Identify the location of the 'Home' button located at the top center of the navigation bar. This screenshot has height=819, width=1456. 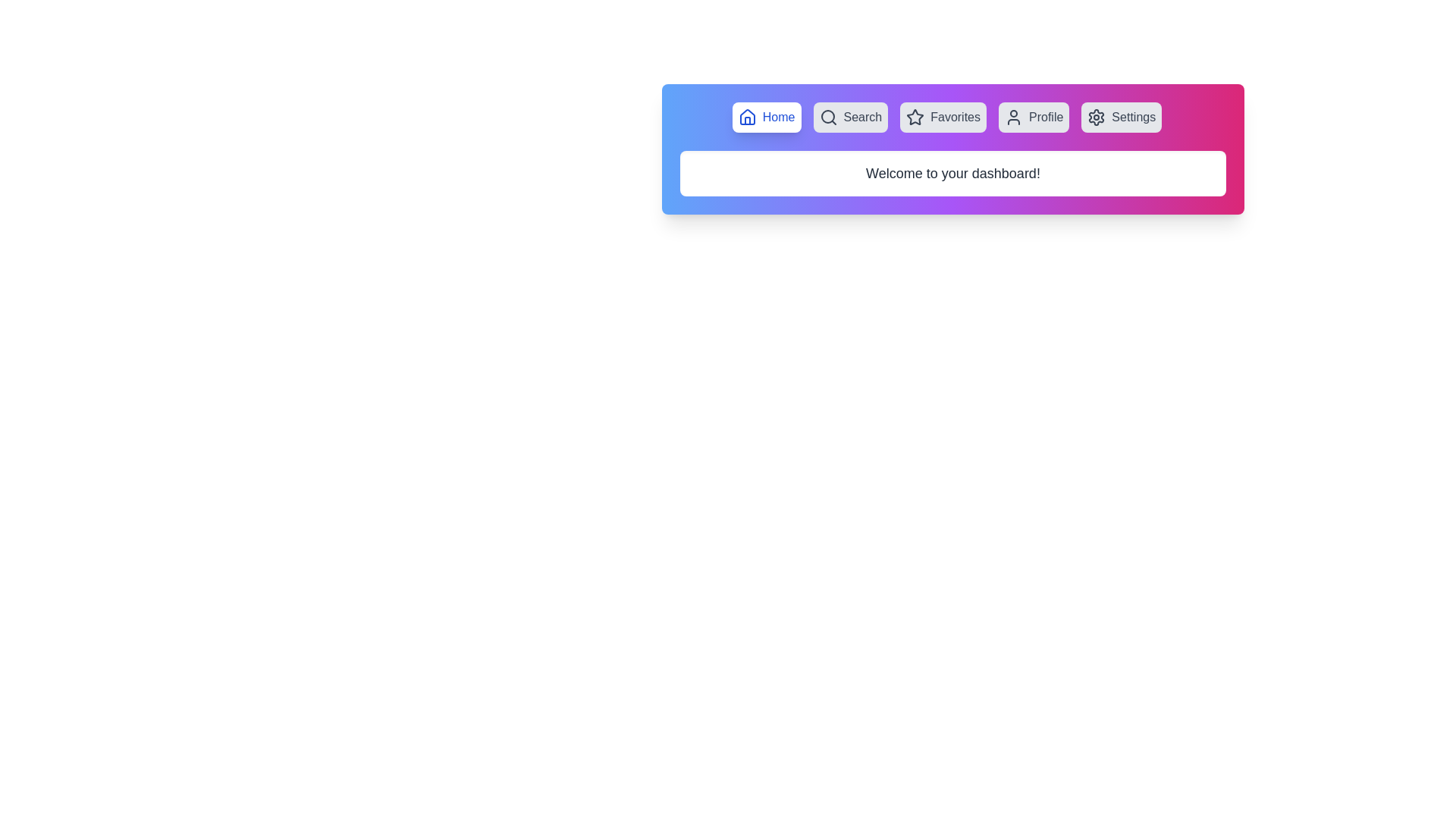
(767, 116).